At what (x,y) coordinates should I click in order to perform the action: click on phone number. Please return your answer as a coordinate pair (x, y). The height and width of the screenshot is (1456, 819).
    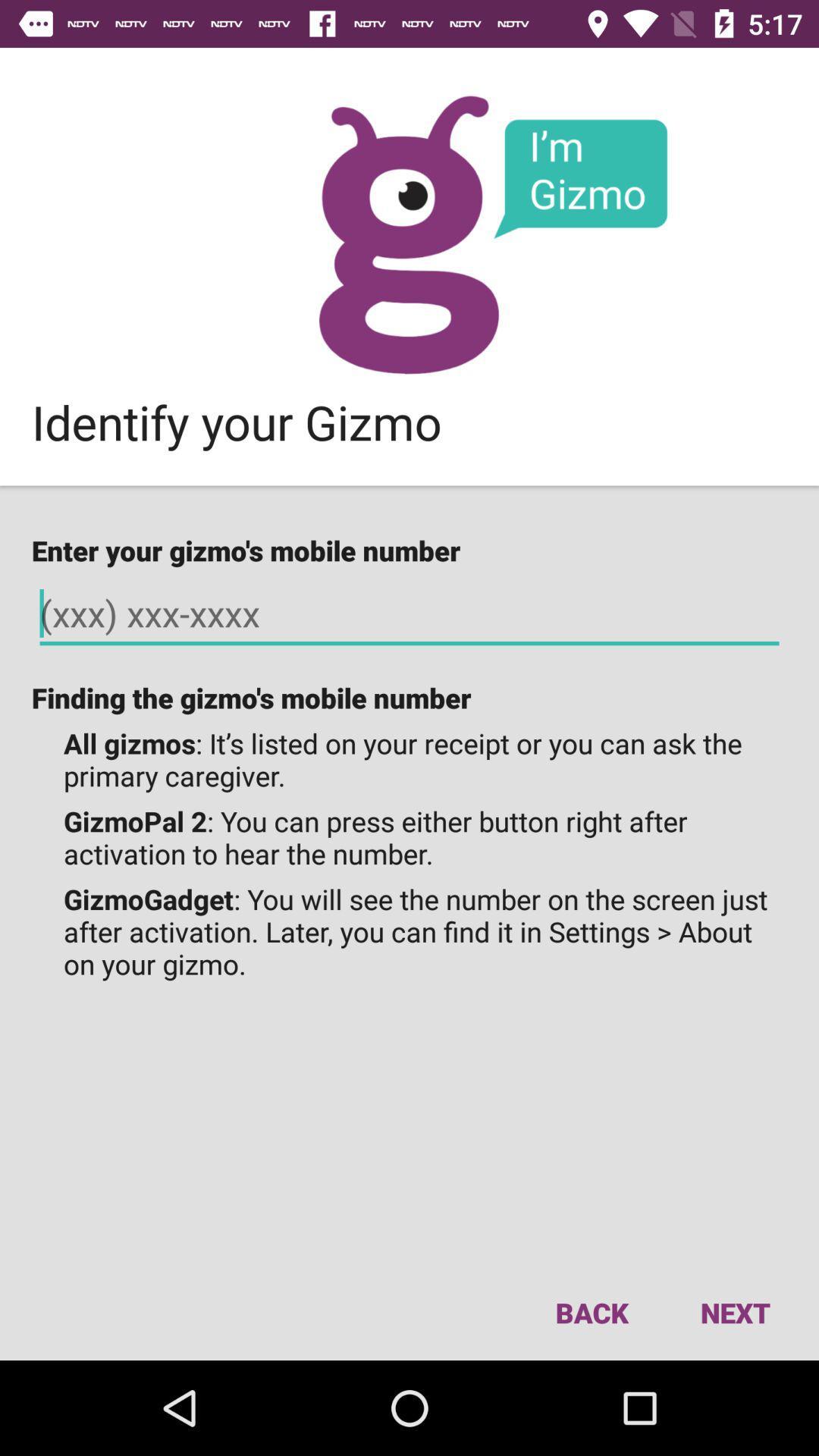
    Looking at the image, I should click on (409, 614).